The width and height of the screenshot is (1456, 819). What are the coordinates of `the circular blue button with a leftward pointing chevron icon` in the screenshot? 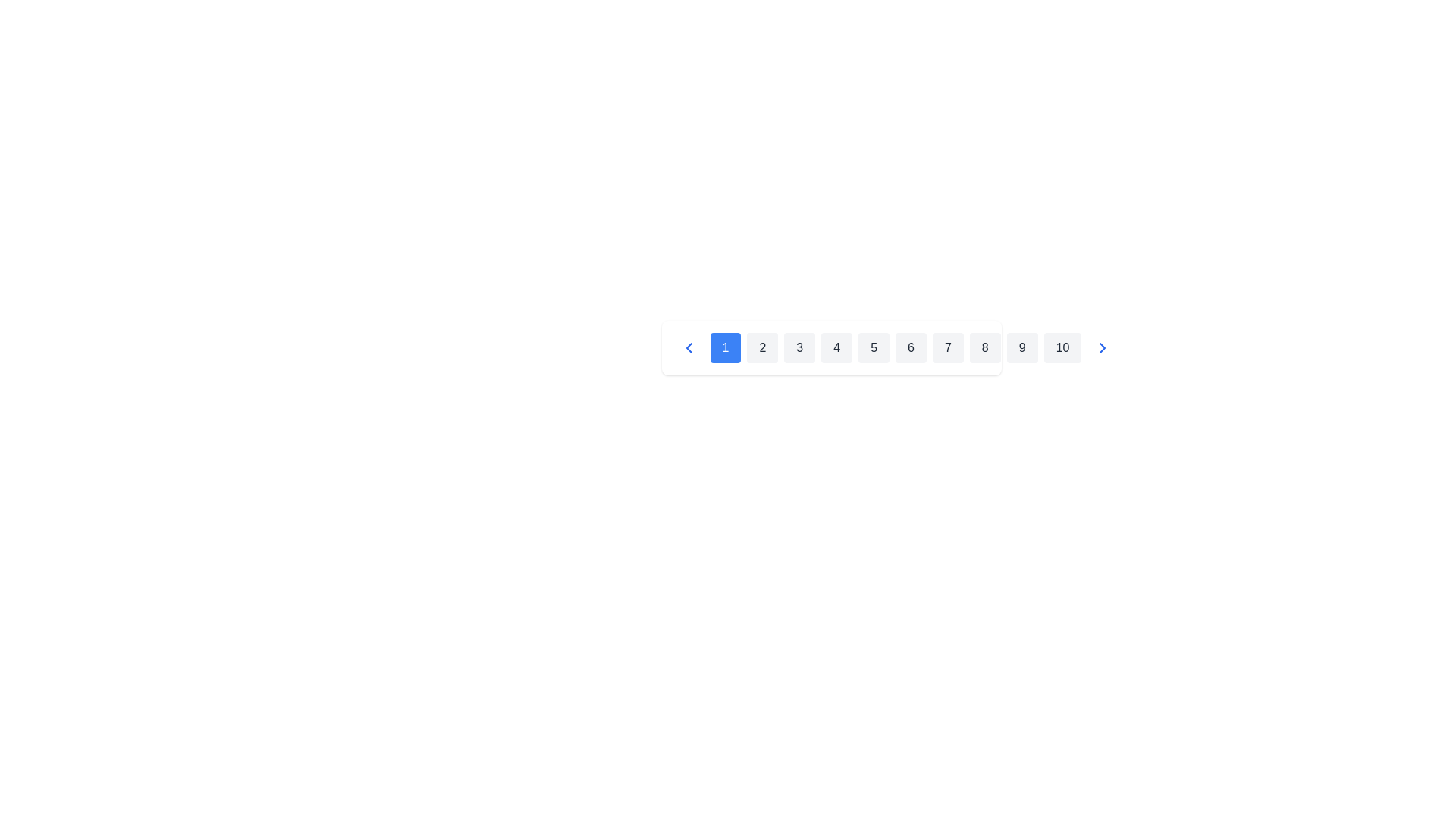 It's located at (688, 348).